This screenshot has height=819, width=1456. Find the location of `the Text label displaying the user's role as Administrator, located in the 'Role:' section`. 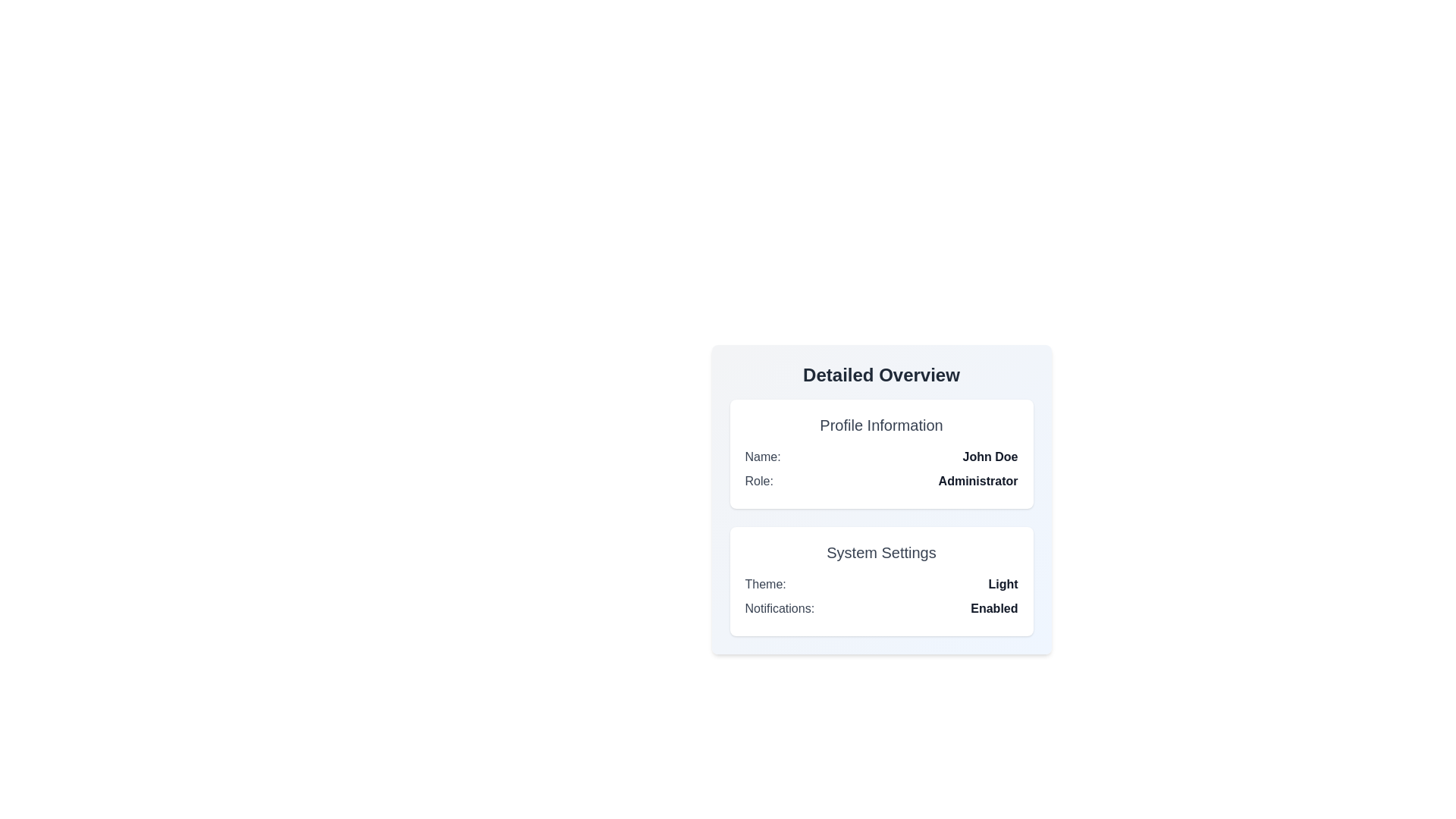

the Text label displaying the user's role as Administrator, located in the 'Role:' section is located at coordinates (978, 482).